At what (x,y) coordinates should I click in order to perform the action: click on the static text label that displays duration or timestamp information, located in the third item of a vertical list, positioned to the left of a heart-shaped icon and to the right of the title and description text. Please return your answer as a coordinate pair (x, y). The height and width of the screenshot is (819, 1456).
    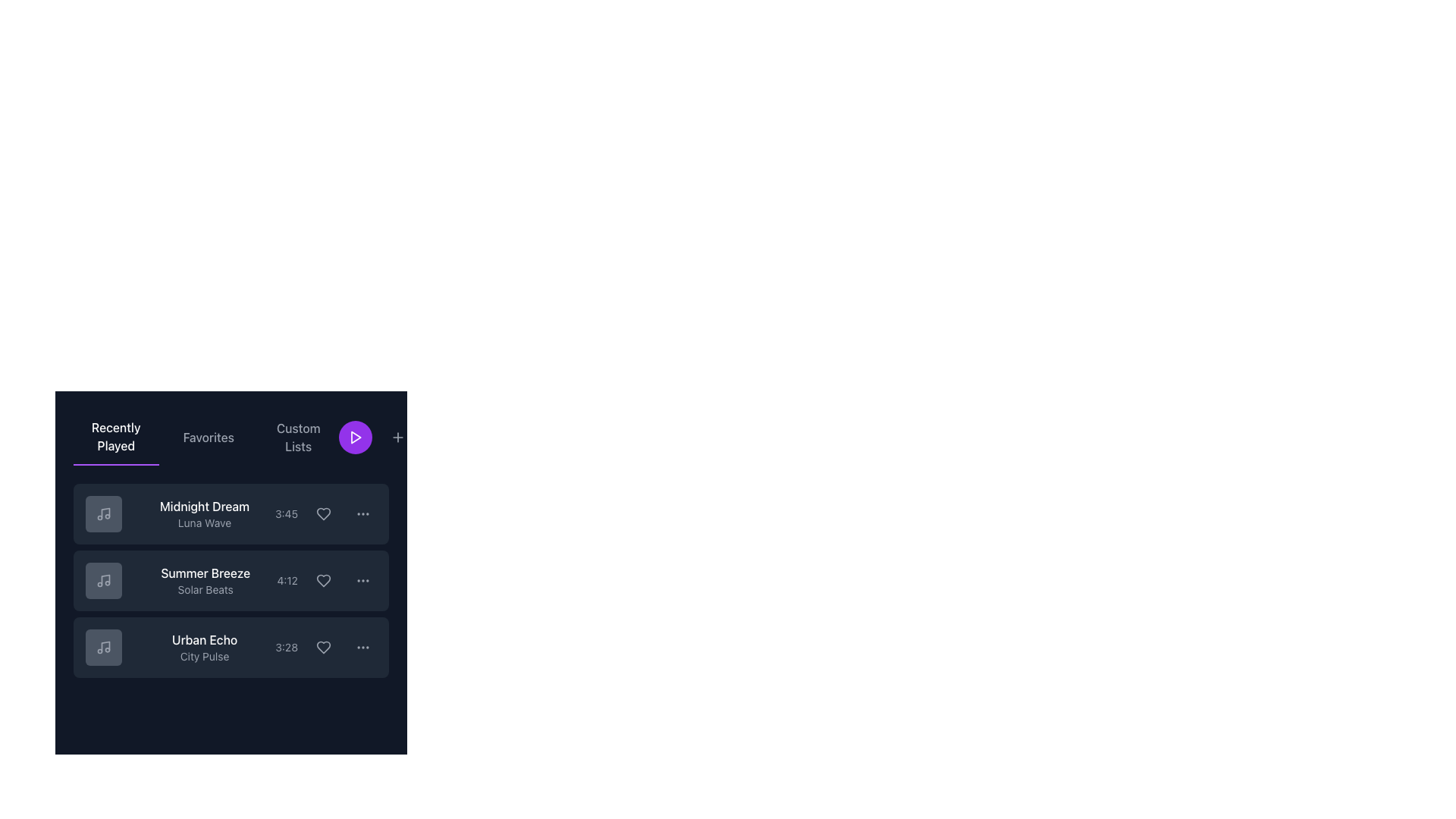
    Looking at the image, I should click on (287, 647).